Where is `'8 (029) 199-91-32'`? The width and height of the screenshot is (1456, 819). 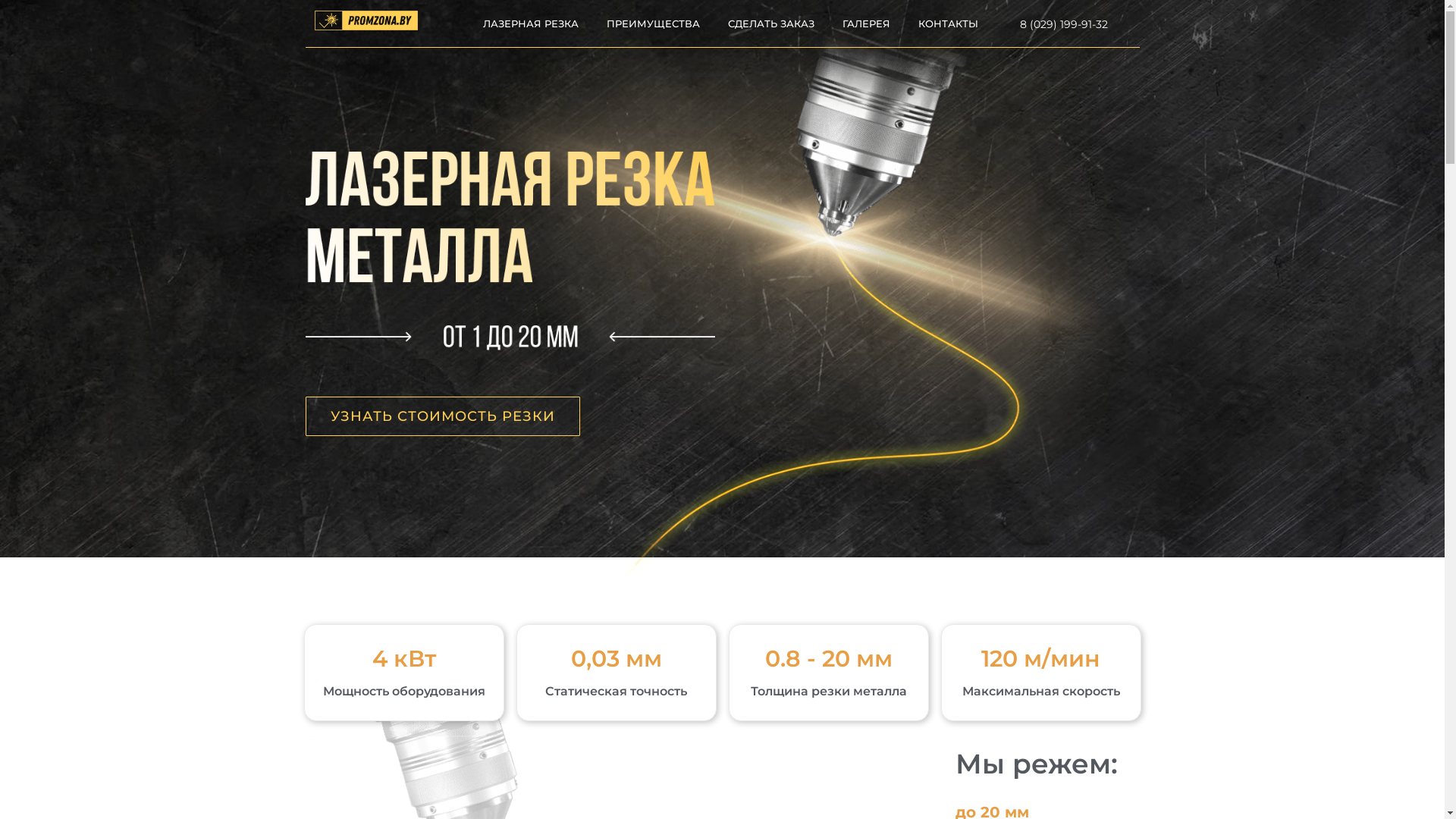
'8 (029) 199-91-32' is located at coordinates (1062, 24).